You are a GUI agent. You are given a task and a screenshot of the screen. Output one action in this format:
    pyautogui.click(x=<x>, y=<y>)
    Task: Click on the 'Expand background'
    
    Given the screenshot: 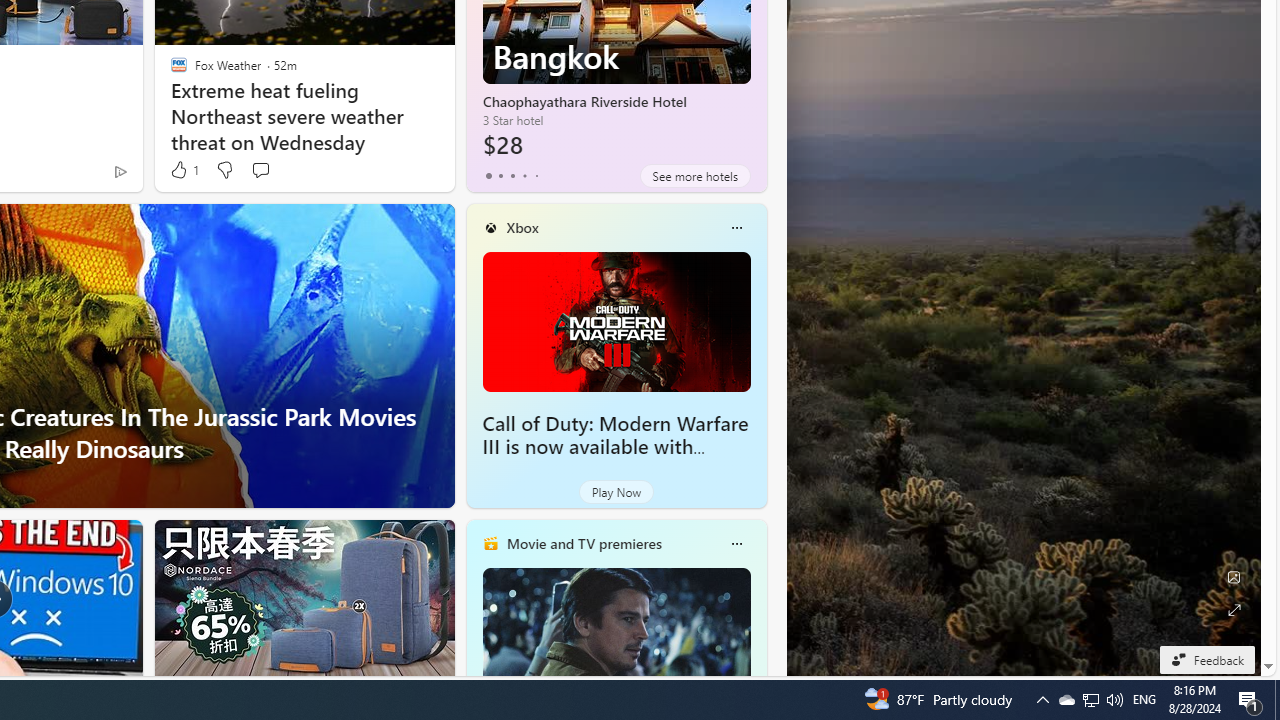 What is the action you would take?
    pyautogui.click(x=1232, y=609)
    